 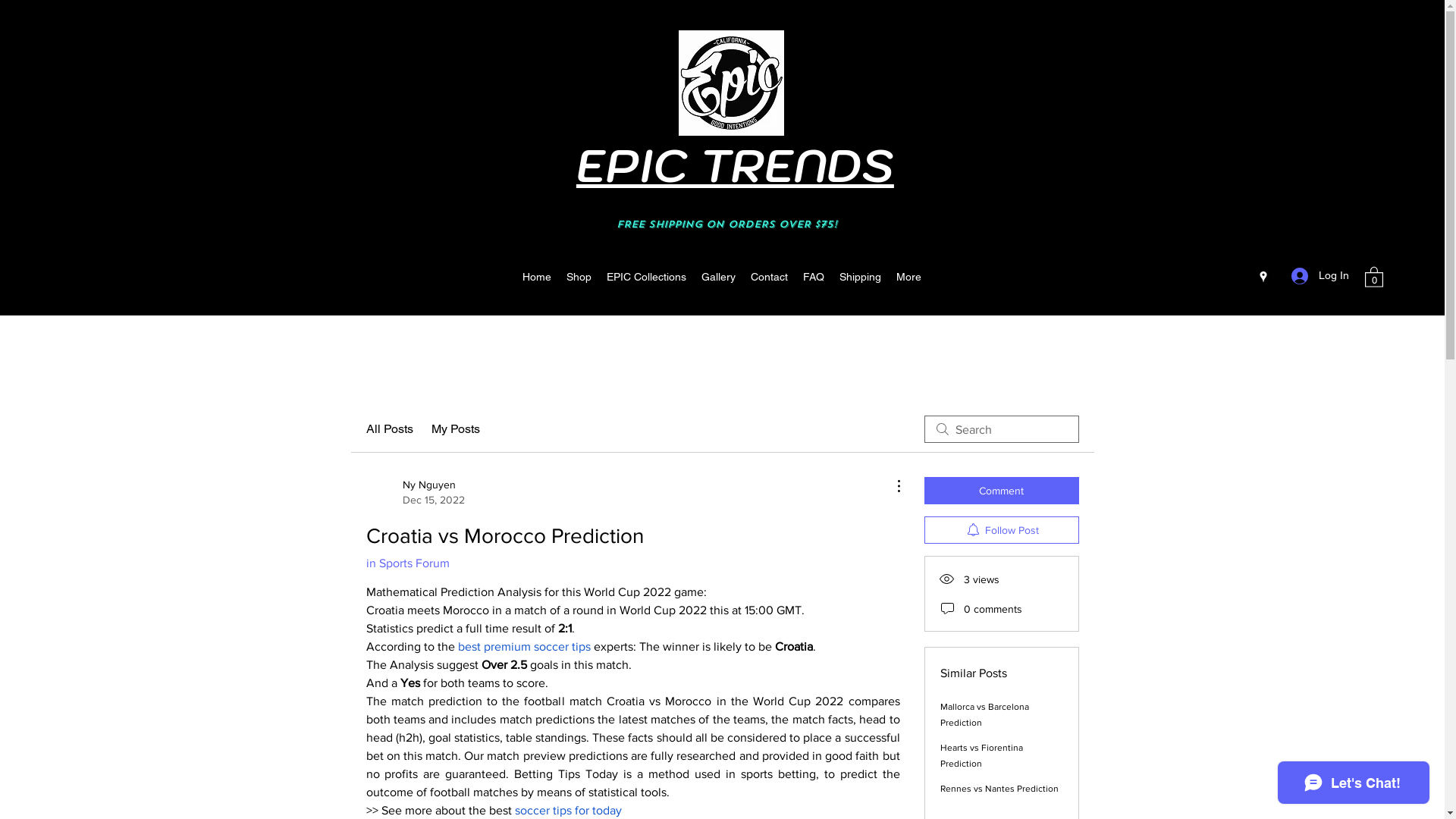 I want to click on 'Gallery', so click(x=717, y=277).